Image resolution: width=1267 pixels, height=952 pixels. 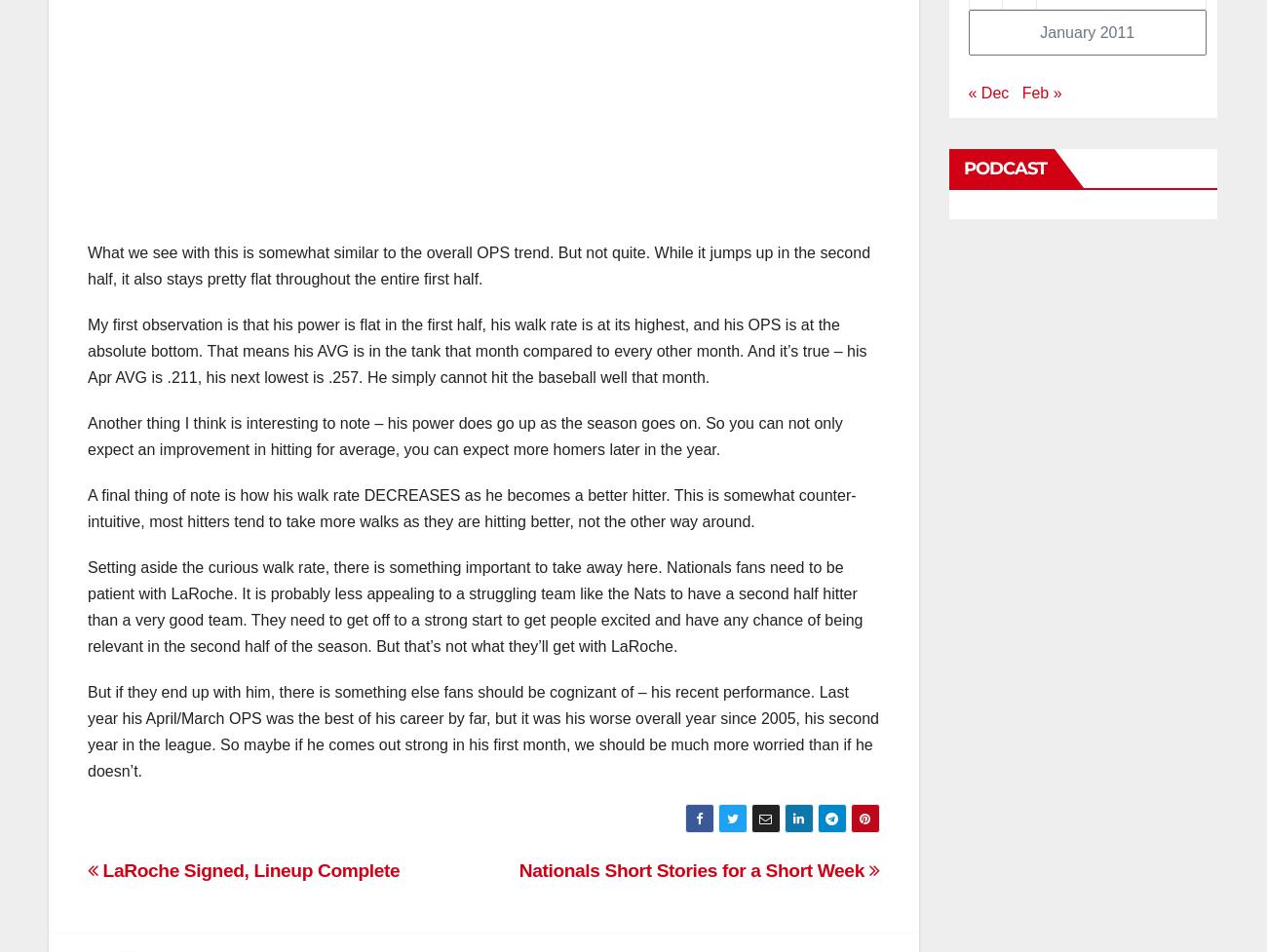 I want to click on 'January 2011', so click(x=1086, y=32).